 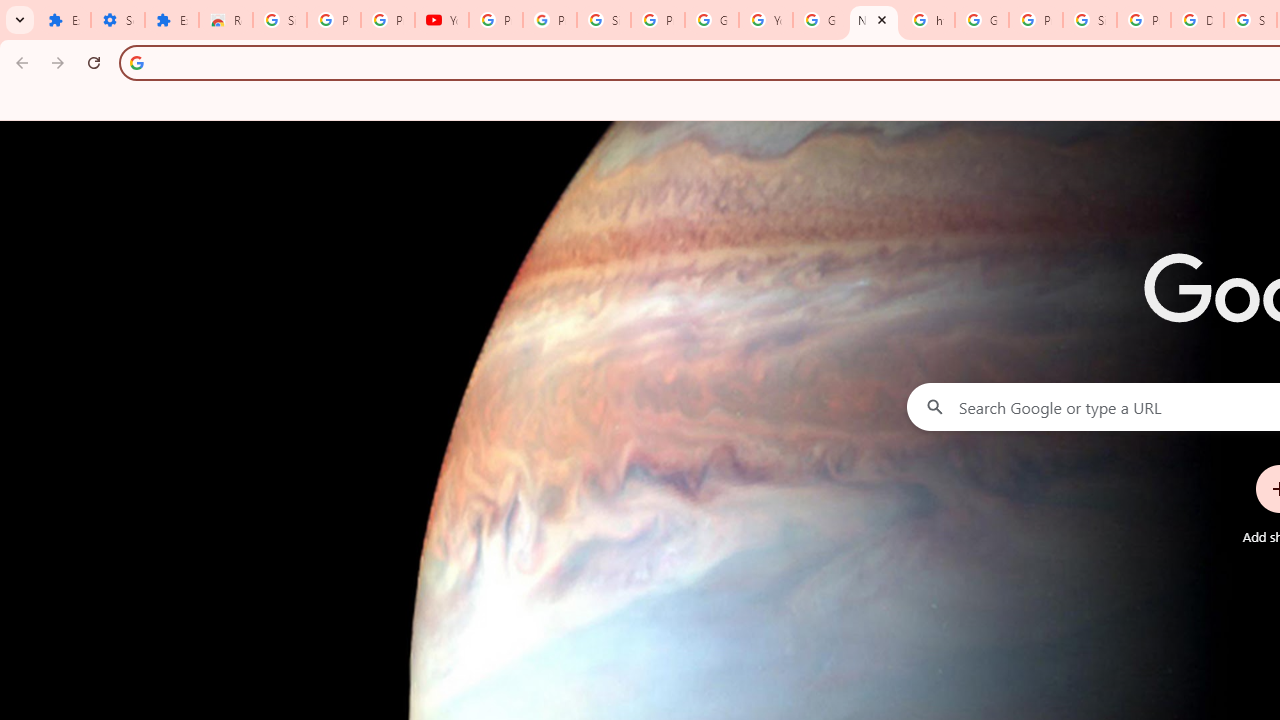 What do you see at coordinates (874, 20) in the screenshot?
I see `'New Tab'` at bounding box center [874, 20].